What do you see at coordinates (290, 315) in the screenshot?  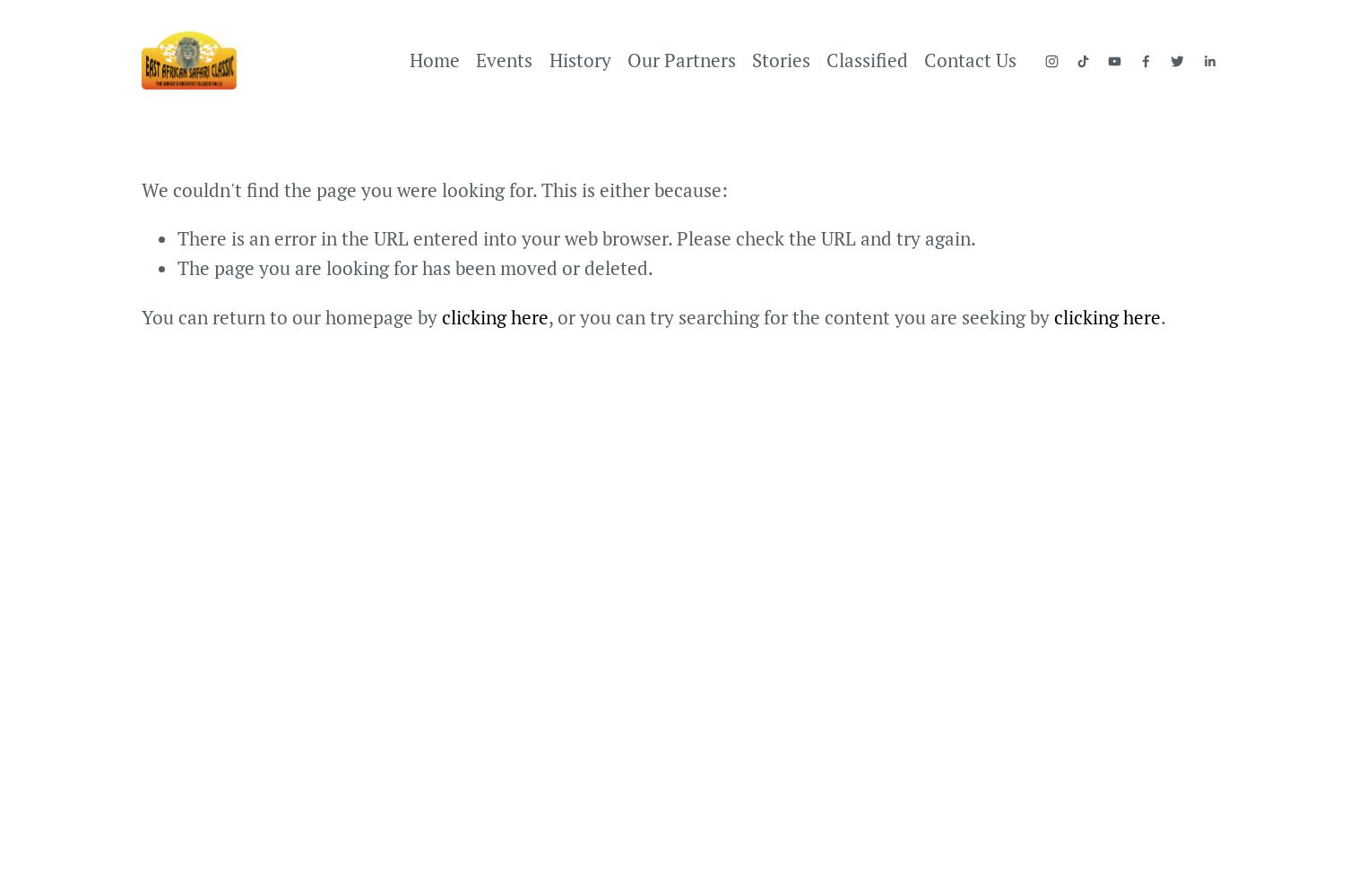 I see `'You can return to our homepage by'` at bounding box center [290, 315].